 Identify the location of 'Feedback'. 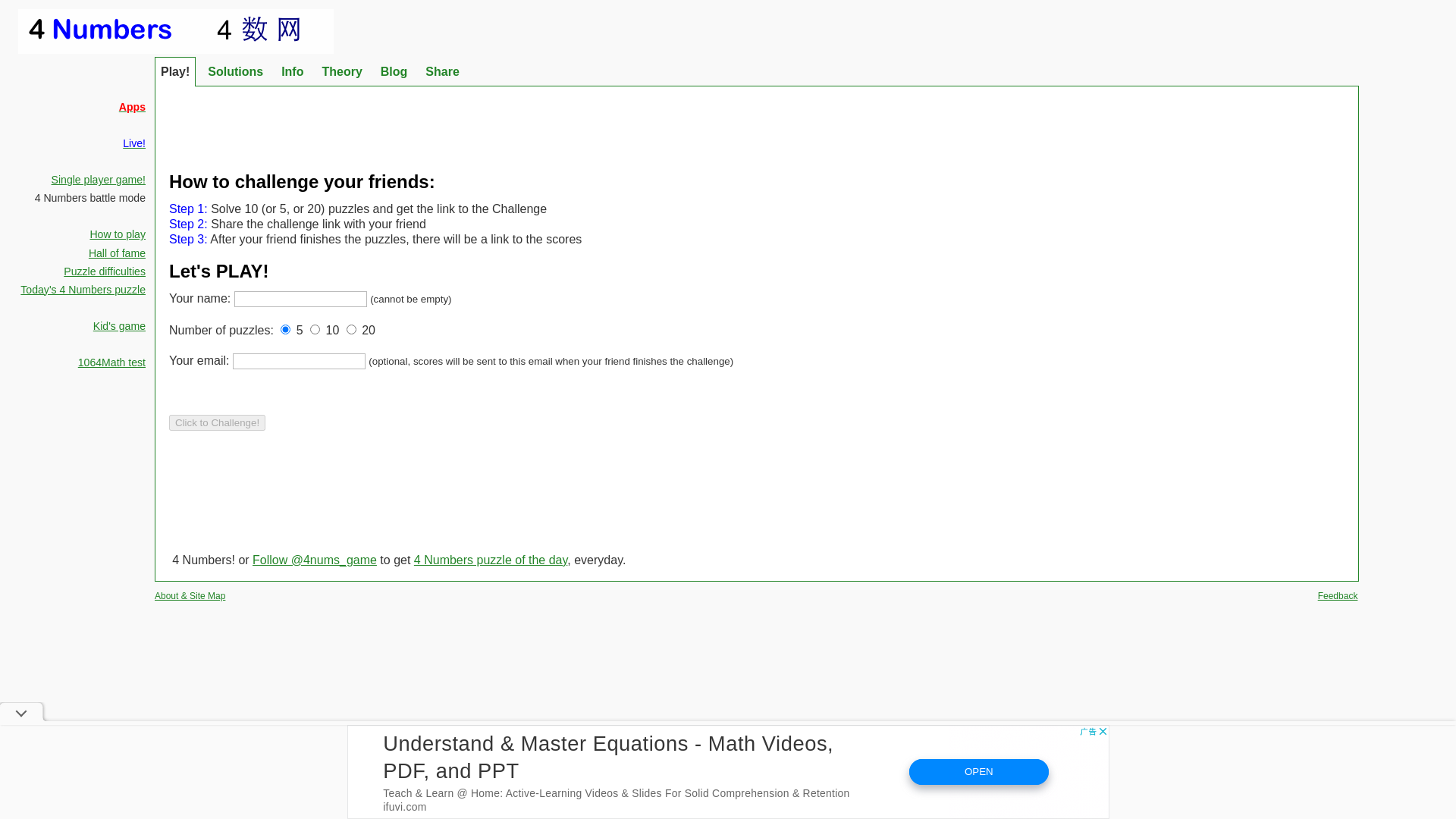
(1338, 595).